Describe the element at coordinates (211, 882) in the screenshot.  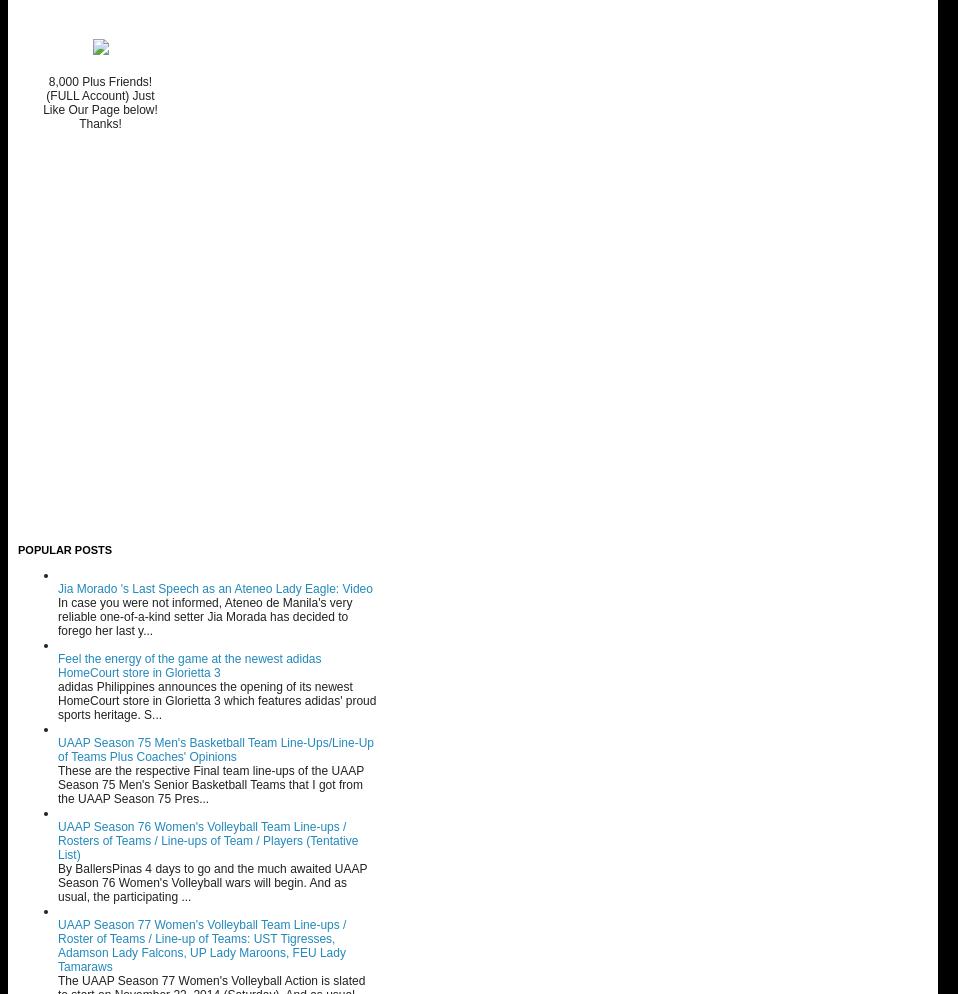
I see `'By BallersPinas    4 days to go and the much awaited UAAP Season 76 Women's Volleyball wars will begin. And as usual, the participating ...'` at that location.